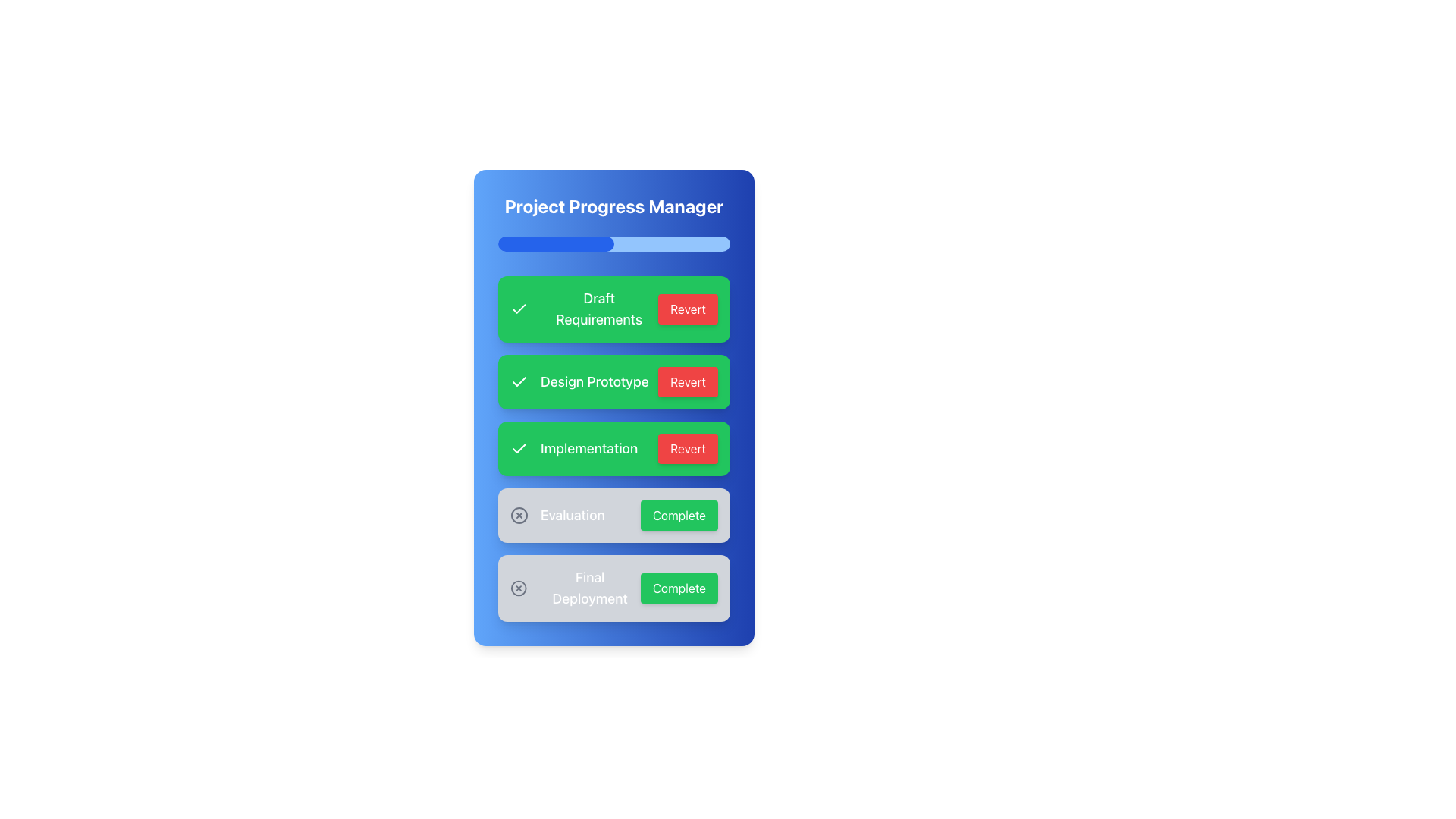 The width and height of the screenshot is (1456, 819). Describe the element at coordinates (579, 381) in the screenshot. I see `the text label indicating the project phase 'Design Prototype', which is the second item in a vertically stacked list of similar containers` at that location.